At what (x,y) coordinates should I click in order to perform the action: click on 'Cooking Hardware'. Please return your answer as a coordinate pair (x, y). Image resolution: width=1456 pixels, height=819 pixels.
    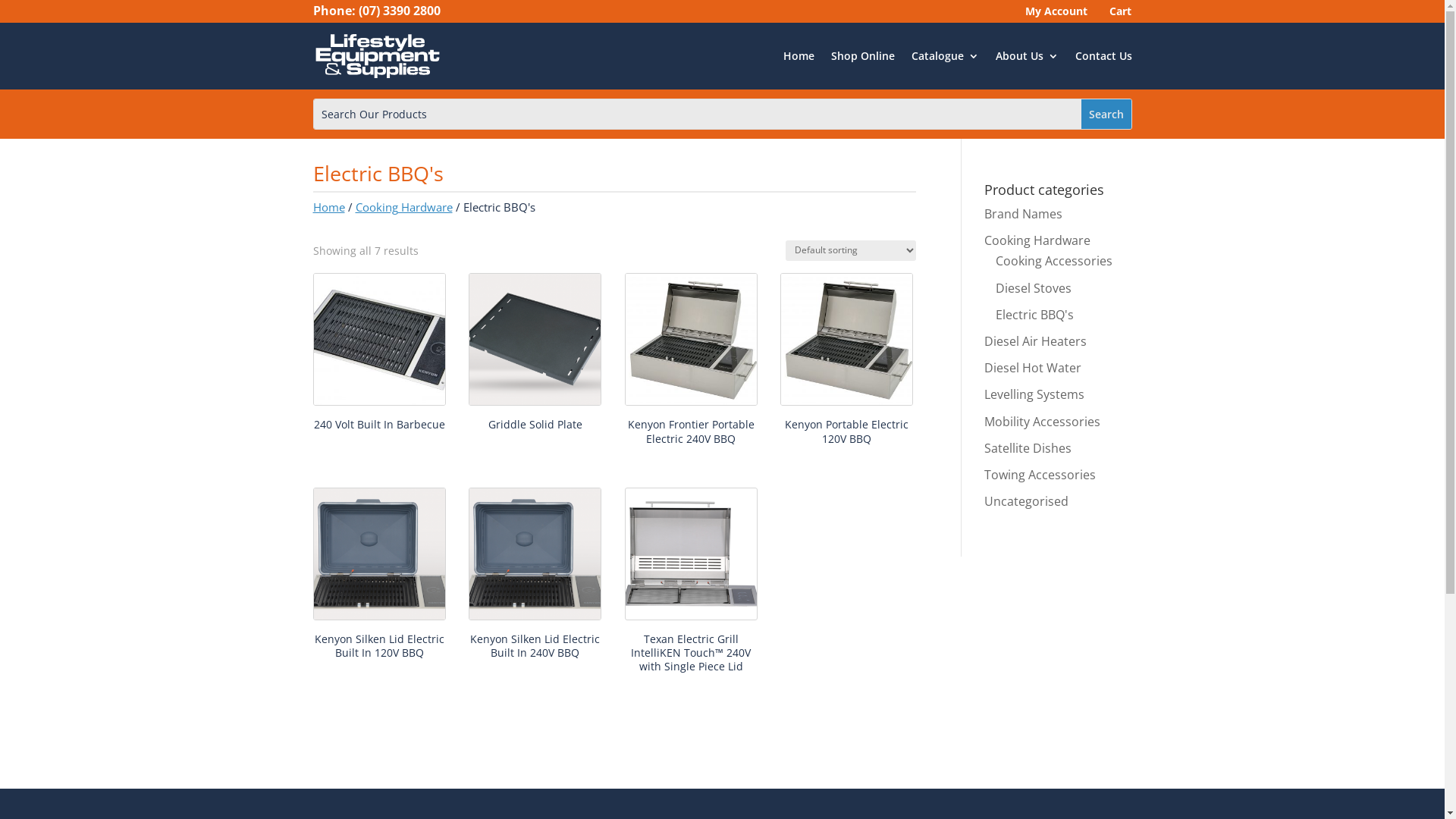
    Looking at the image, I should click on (1037, 239).